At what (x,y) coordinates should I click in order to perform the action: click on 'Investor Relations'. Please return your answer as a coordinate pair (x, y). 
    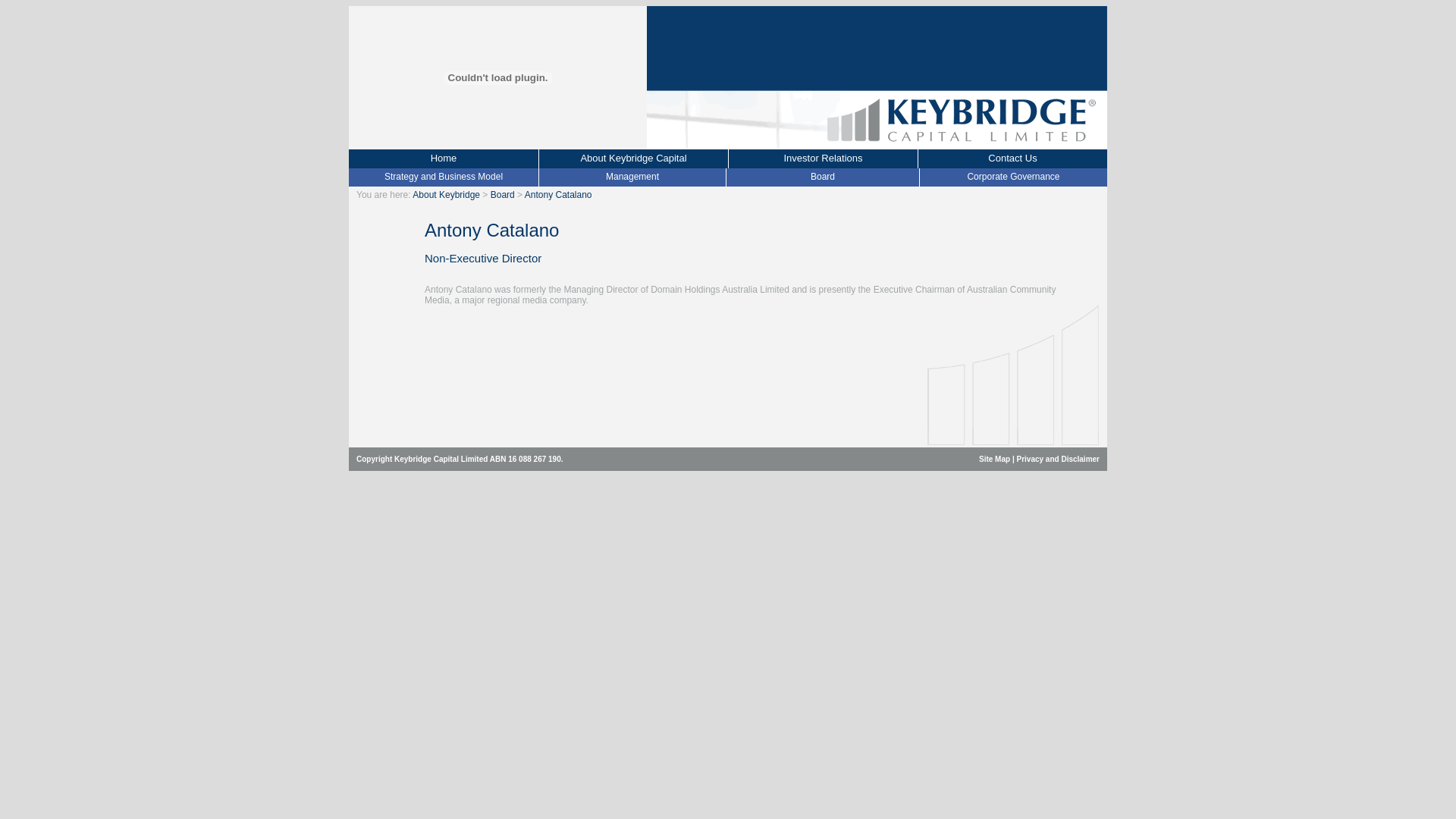
    Looking at the image, I should click on (821, 158).